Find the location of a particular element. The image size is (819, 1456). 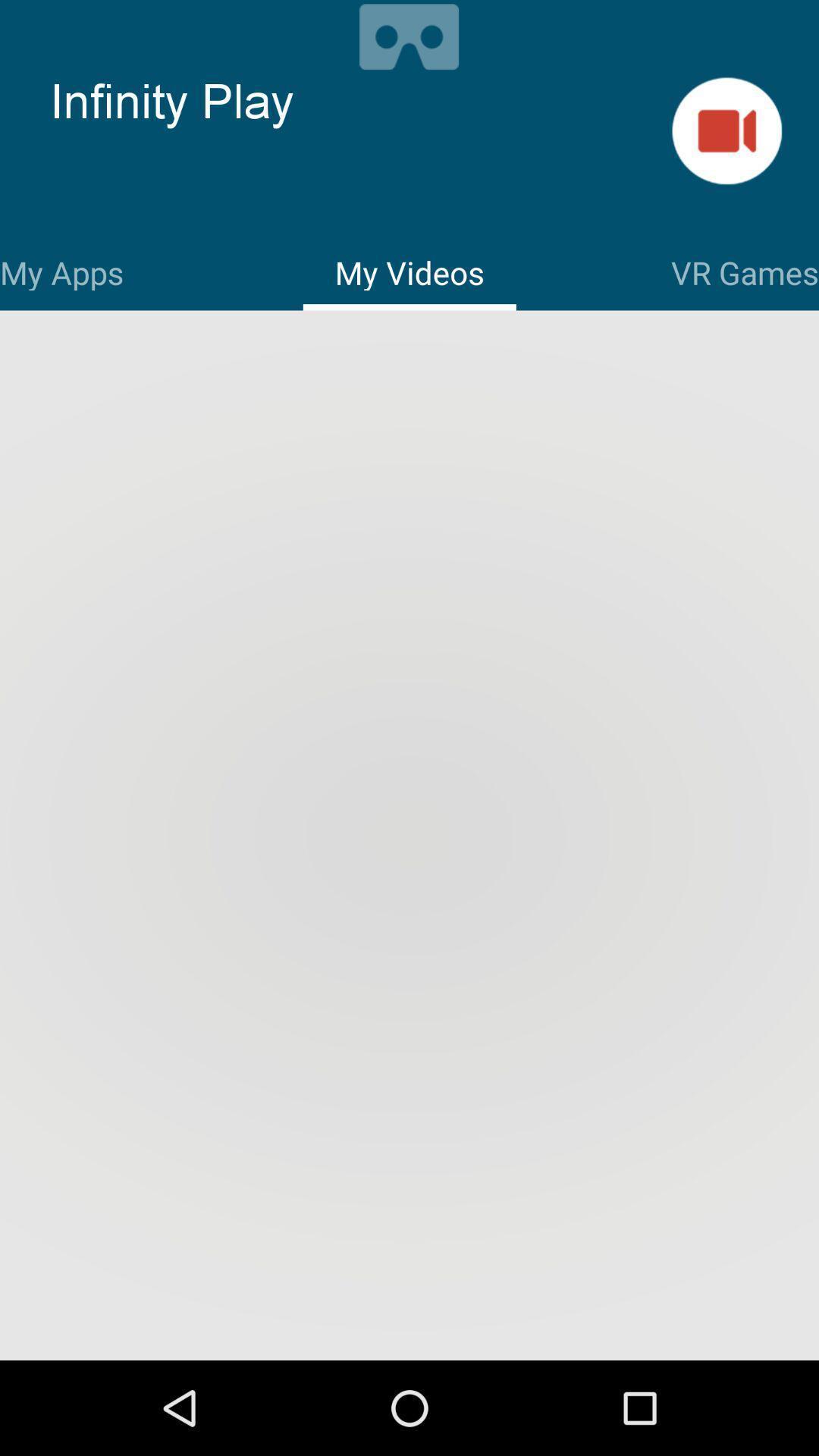

record screen is located at coordinates (408, 35).